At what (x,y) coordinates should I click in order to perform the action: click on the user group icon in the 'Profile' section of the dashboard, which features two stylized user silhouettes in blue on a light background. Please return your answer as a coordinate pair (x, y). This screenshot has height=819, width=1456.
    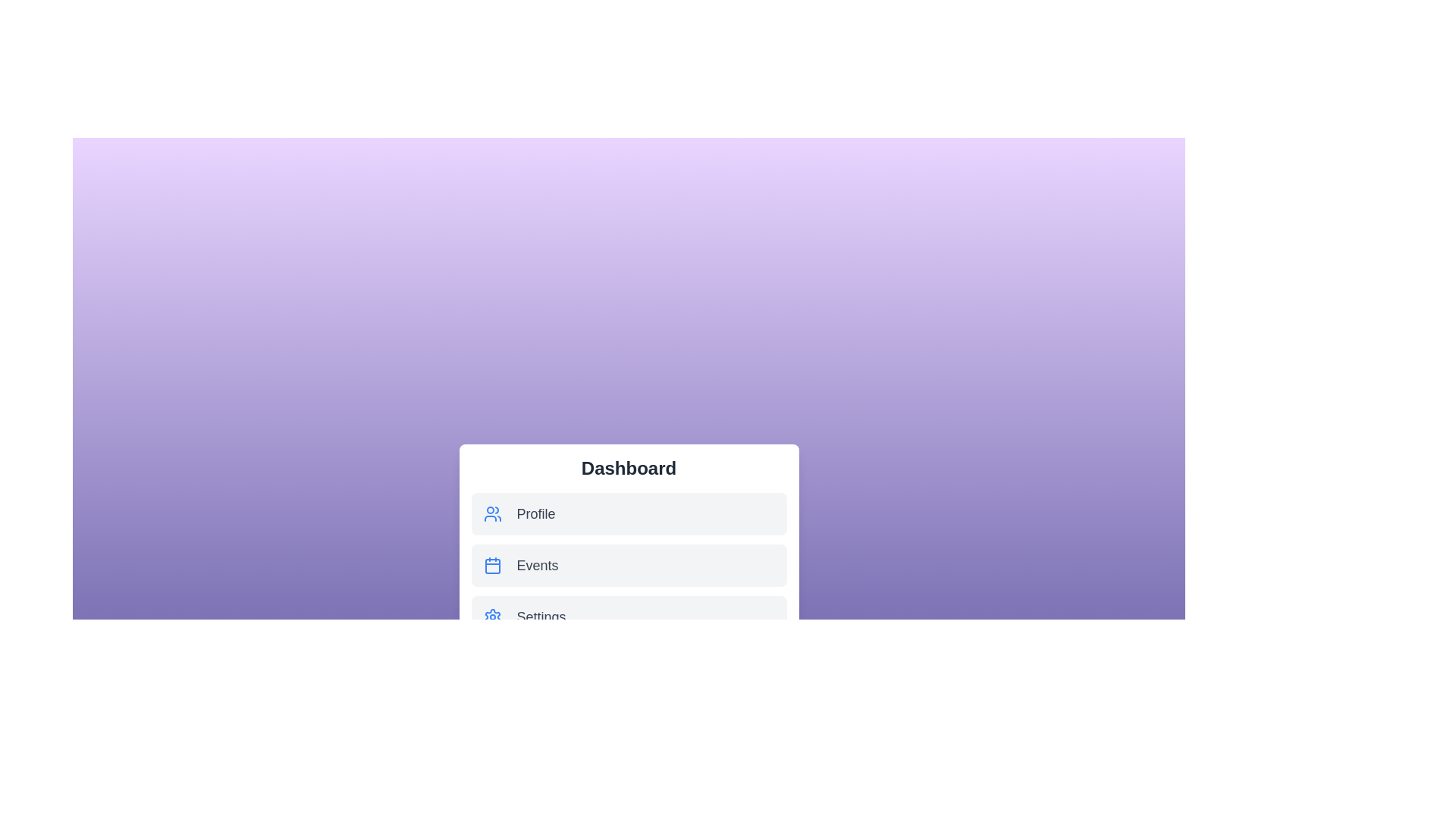
    Looking at the image, I should click on (492, 513).